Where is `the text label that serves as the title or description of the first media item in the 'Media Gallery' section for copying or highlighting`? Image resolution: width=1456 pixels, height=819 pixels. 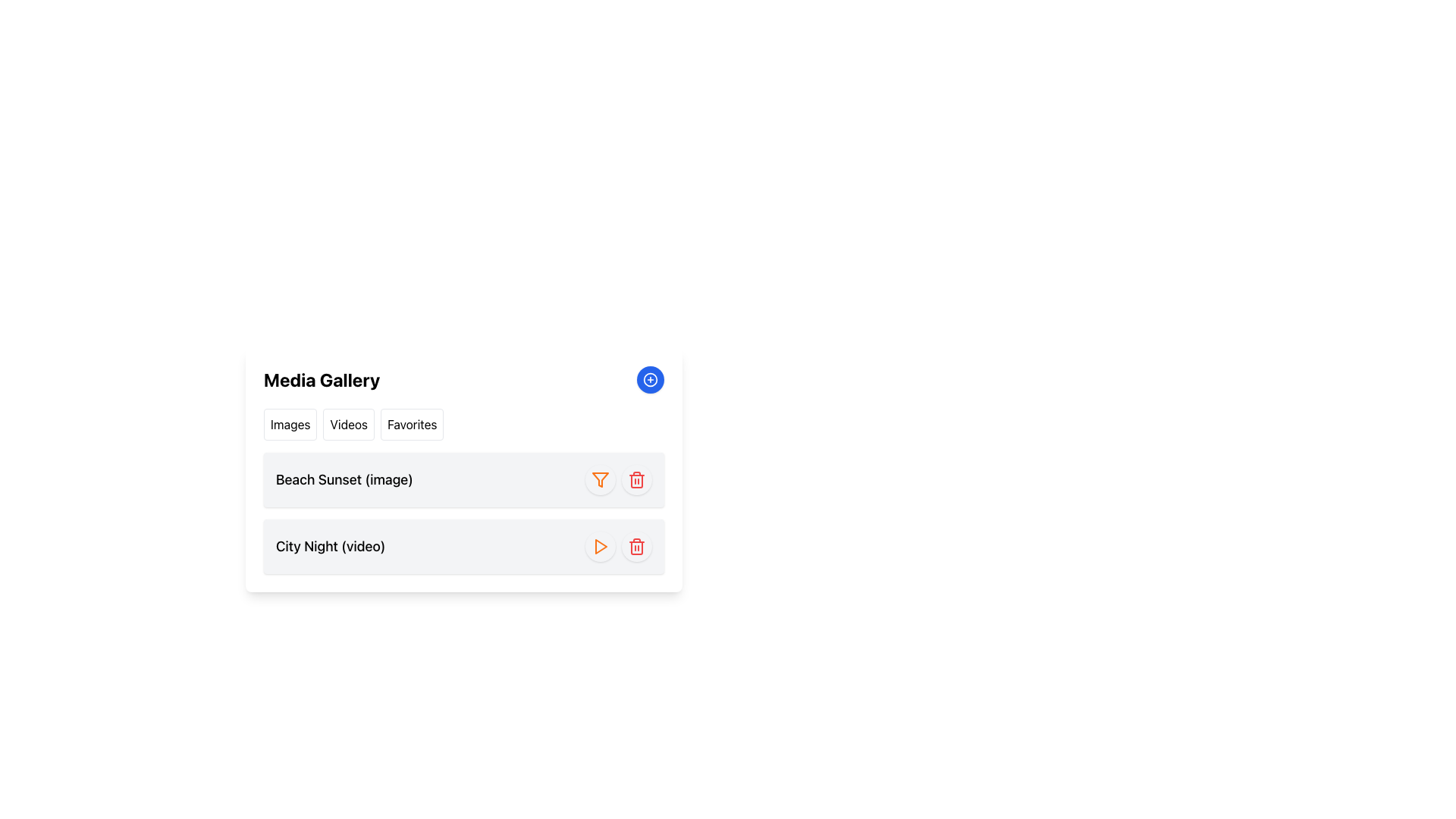
the text label that serves as the title or description of the first media item in the 'Media Gallery' section for copying or highlighting is located at coordinates (344, 479).